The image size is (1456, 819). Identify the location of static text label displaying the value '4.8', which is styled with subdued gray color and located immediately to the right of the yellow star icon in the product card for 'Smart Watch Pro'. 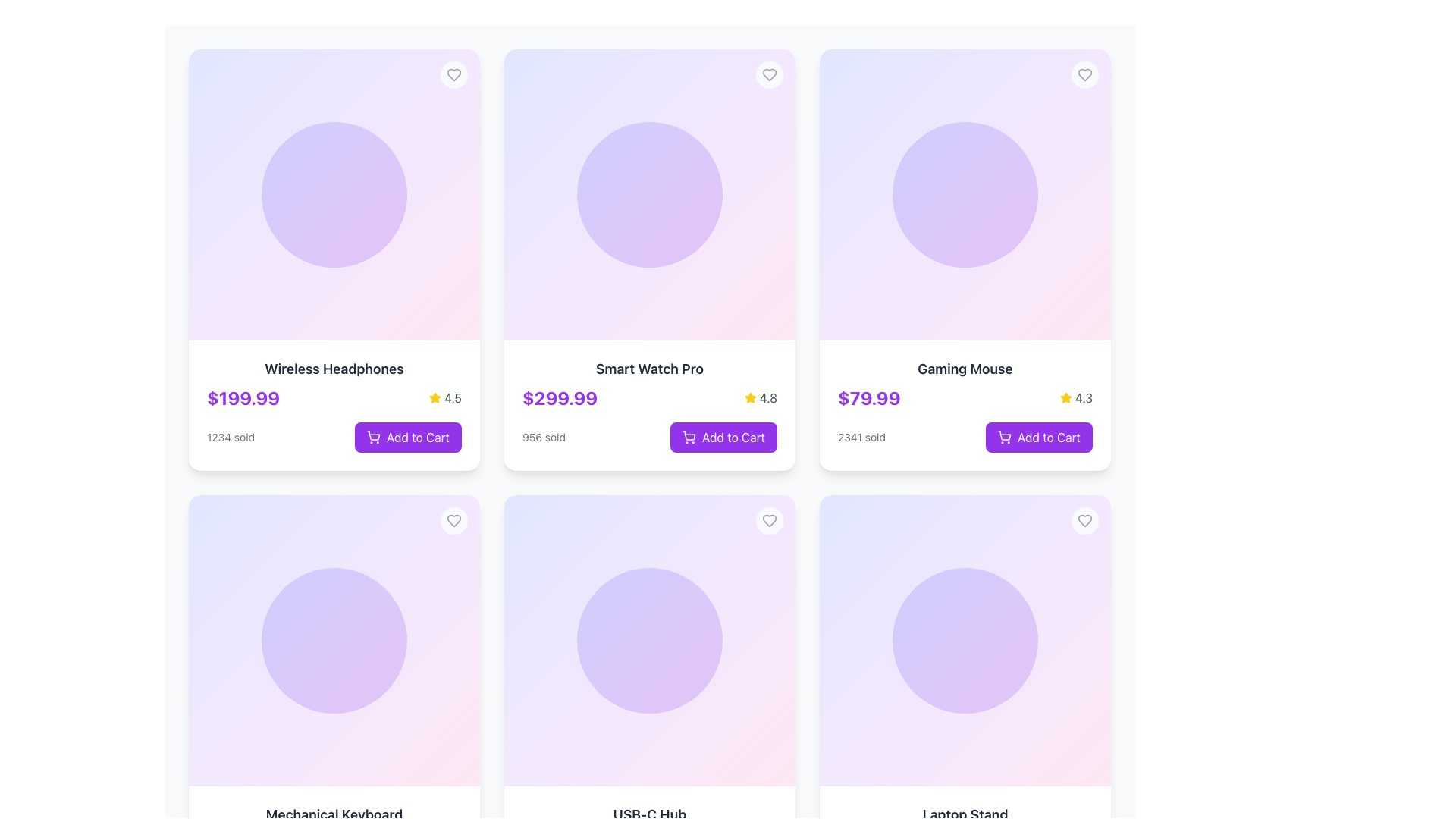
(768, 397).